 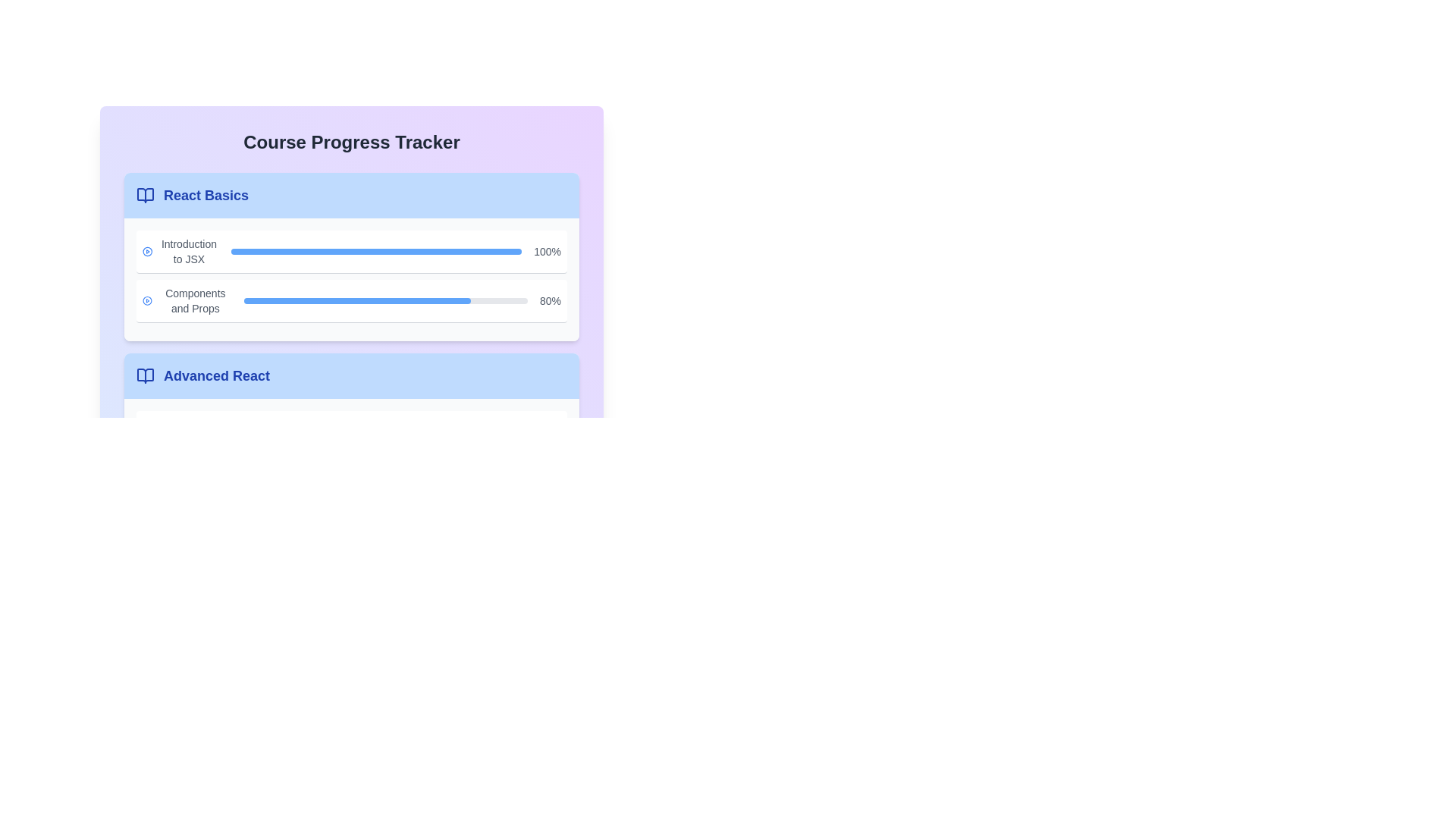 I want to click on the progress bar indicator representing 80% completion for the 'Components and Props' course section, which is located below the 'Introduction to JSX' section, so click(x=356, y=301).